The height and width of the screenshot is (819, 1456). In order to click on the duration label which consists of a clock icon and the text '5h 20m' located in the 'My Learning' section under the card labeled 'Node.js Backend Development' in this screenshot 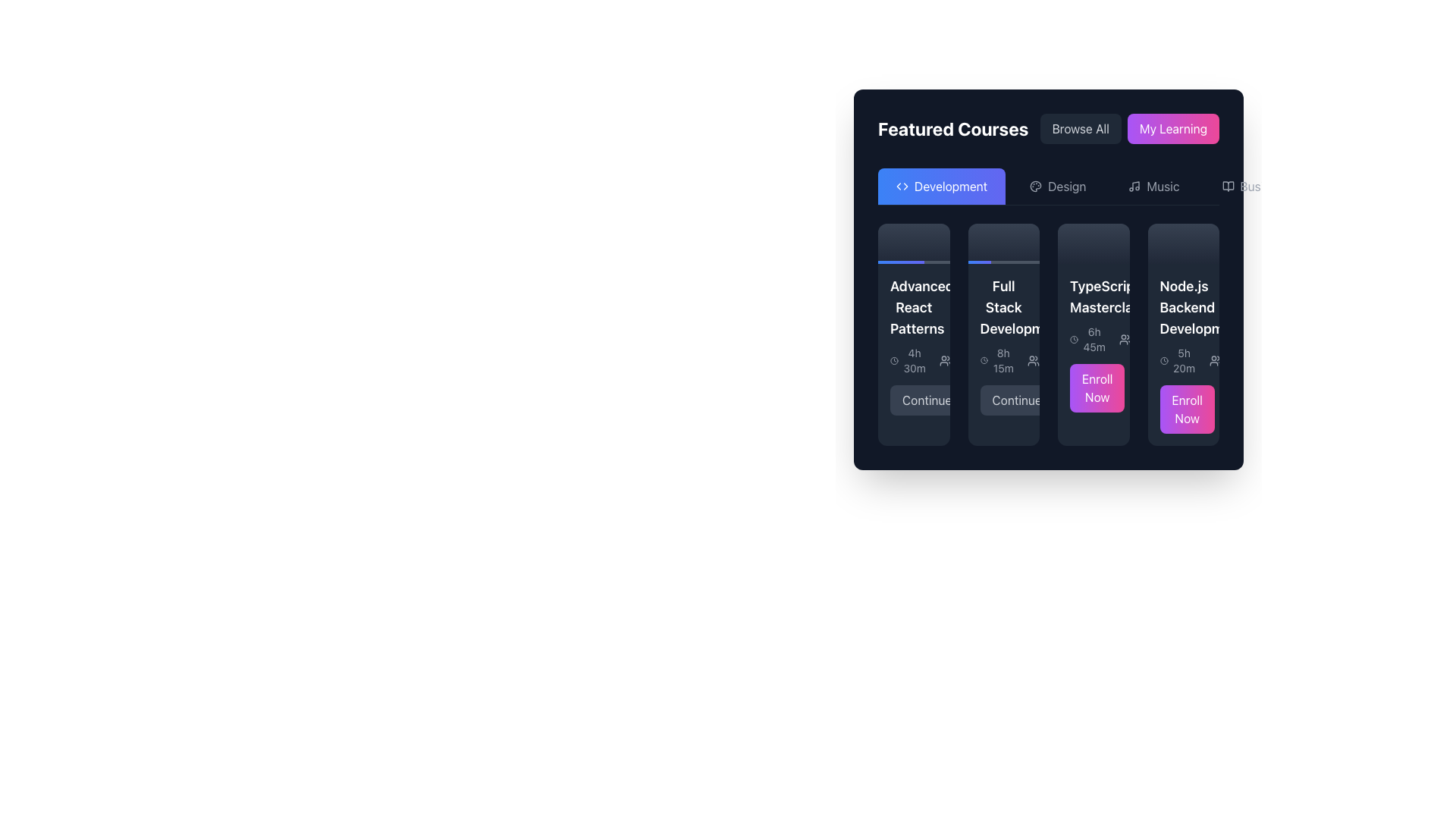, I will do `click(1178, 360)`.